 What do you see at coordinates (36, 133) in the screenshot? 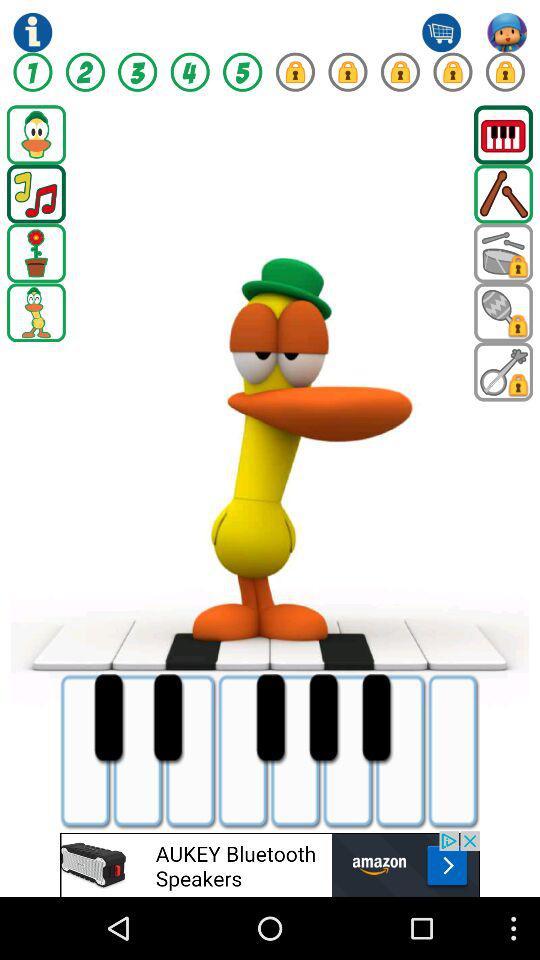
I see `menu page` at bounding box center [36, 133].